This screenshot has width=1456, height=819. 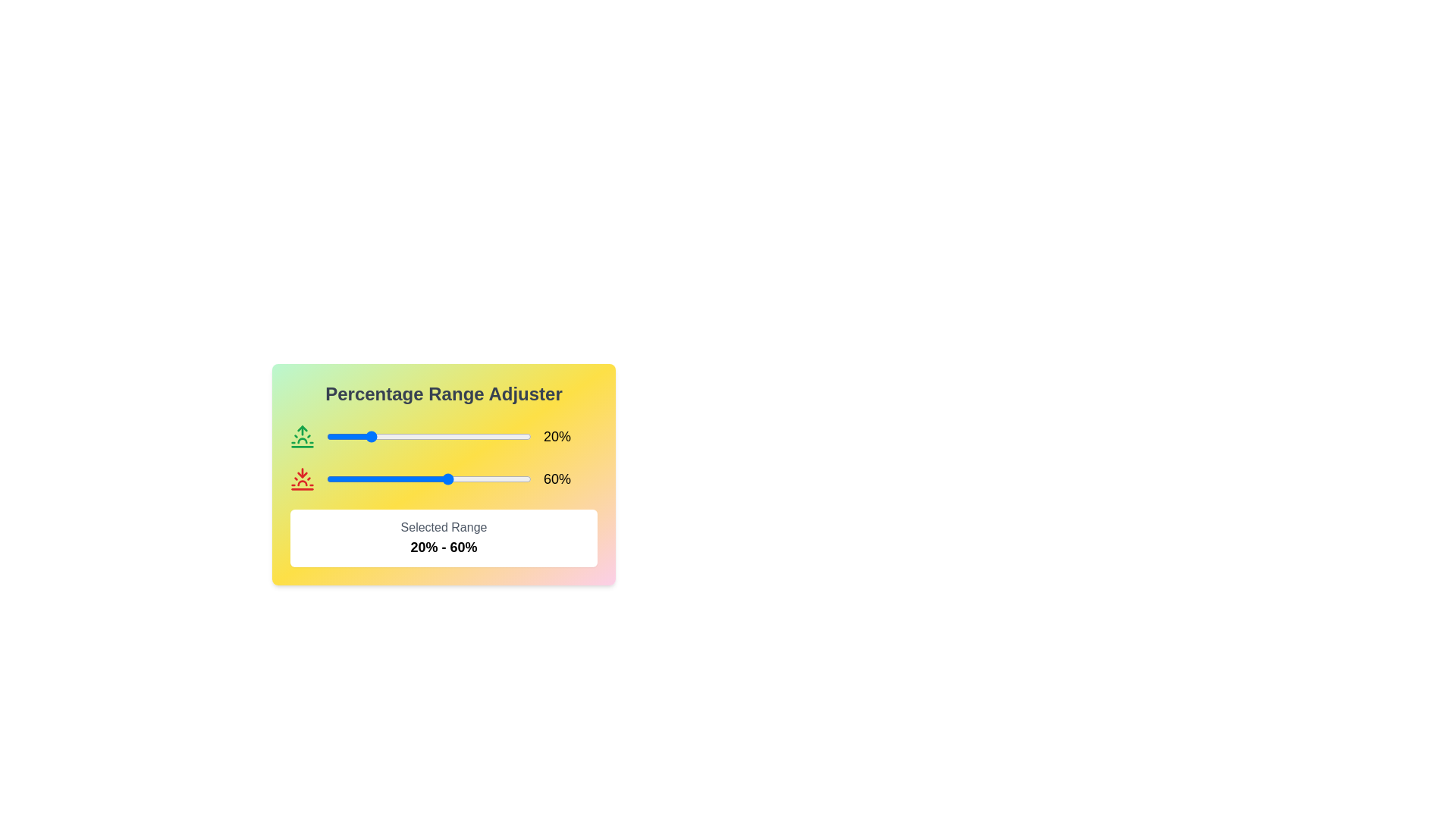 I want to click on the slider, so click(x=466, y=479).